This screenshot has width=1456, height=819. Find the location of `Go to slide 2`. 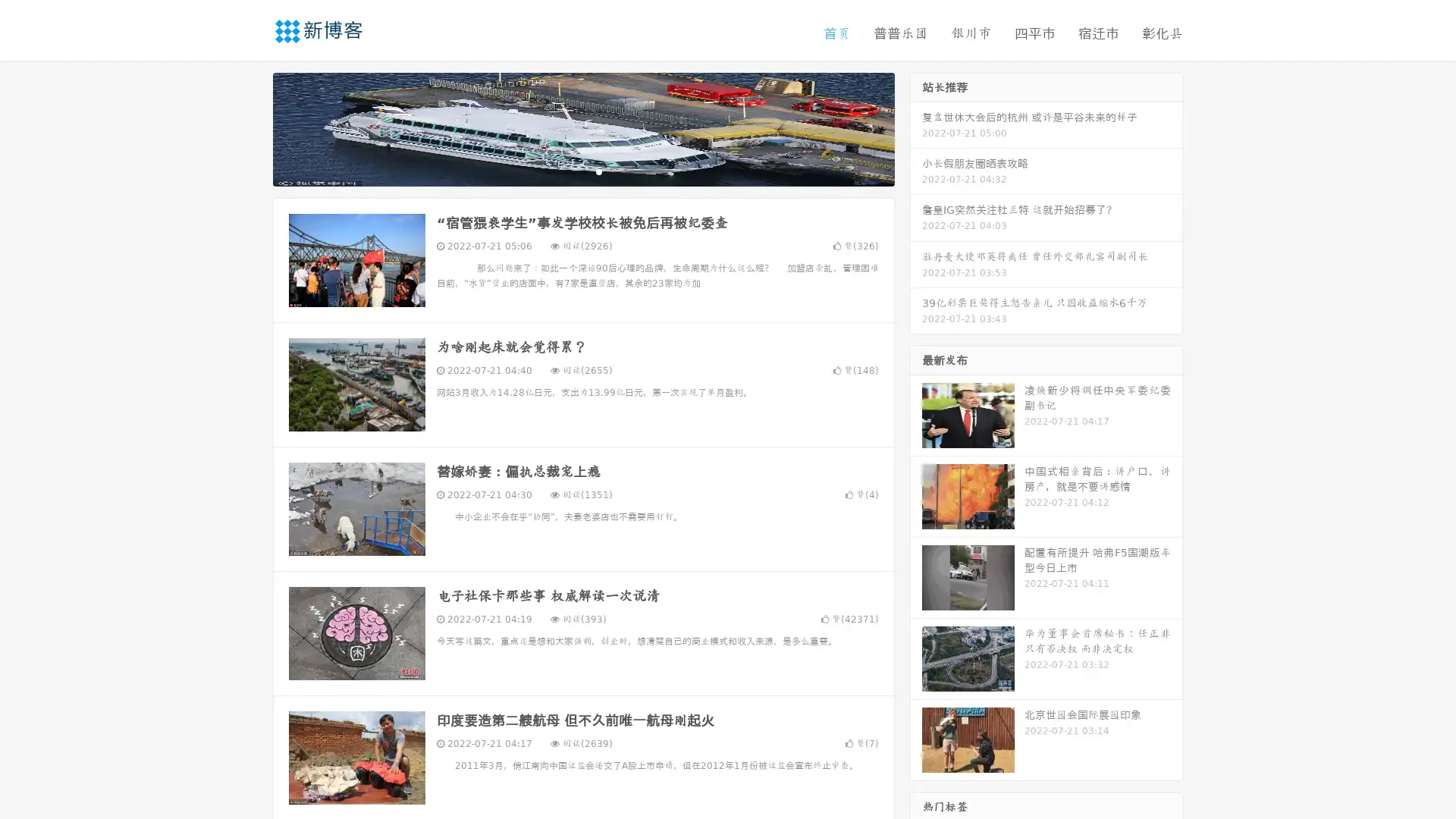

Go to slide 2 is located at coordinates (582, 171).